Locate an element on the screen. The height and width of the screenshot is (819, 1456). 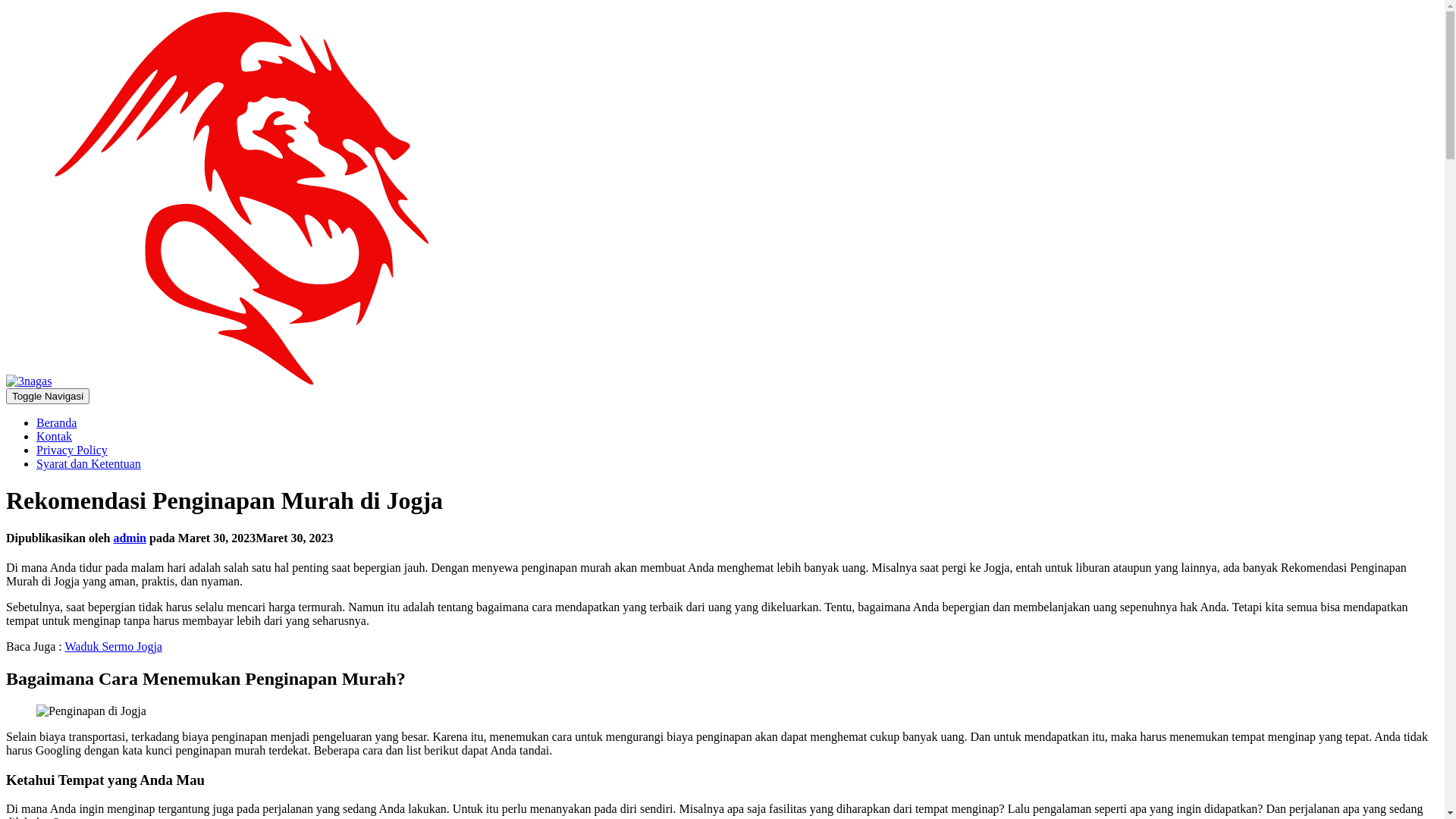
'Privacy Policy' is located at coordinates (71, 449).